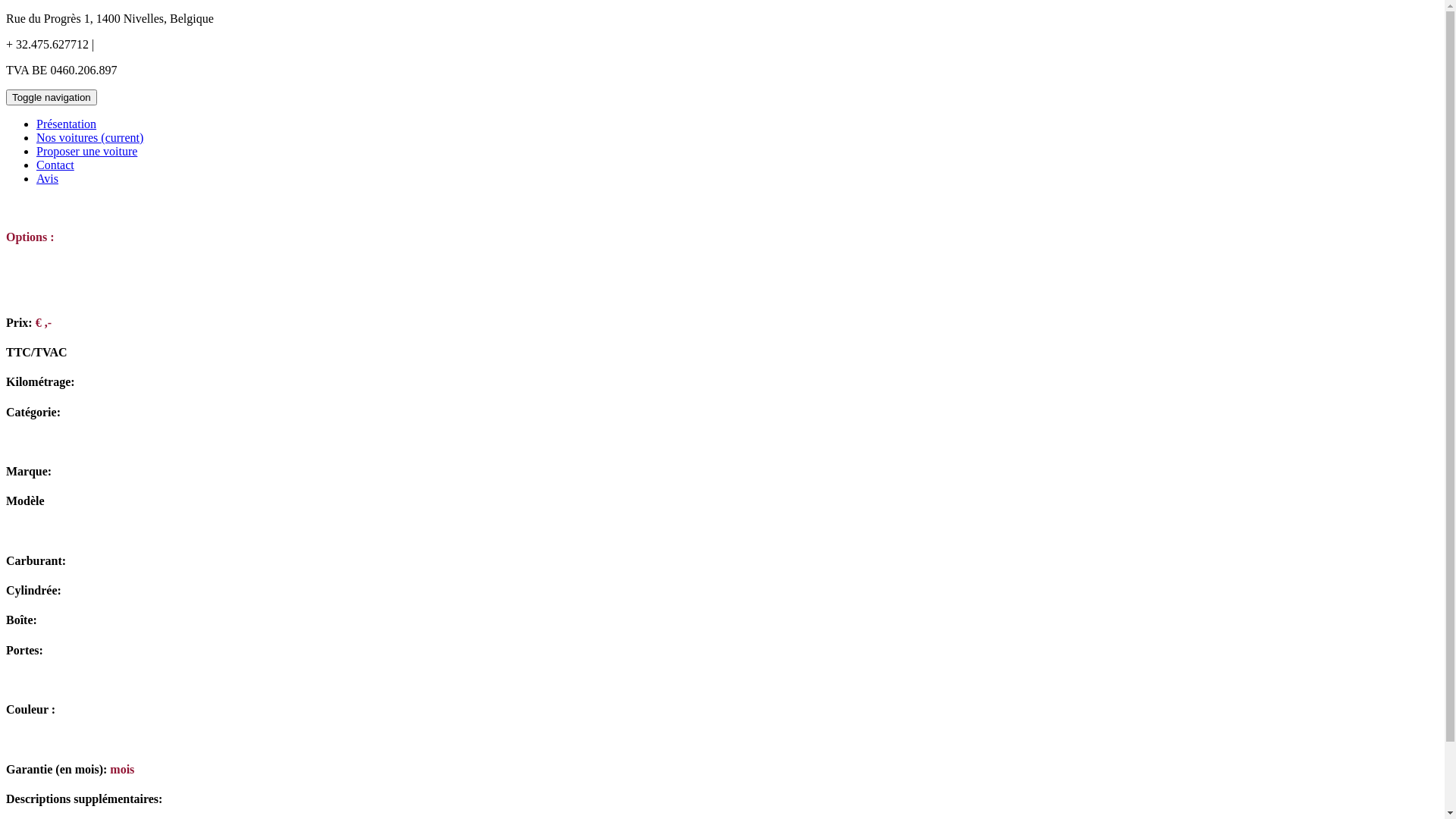  Describe the element at coordinates (55, 165) in the screenshot. I see `'Contact'` at that location.